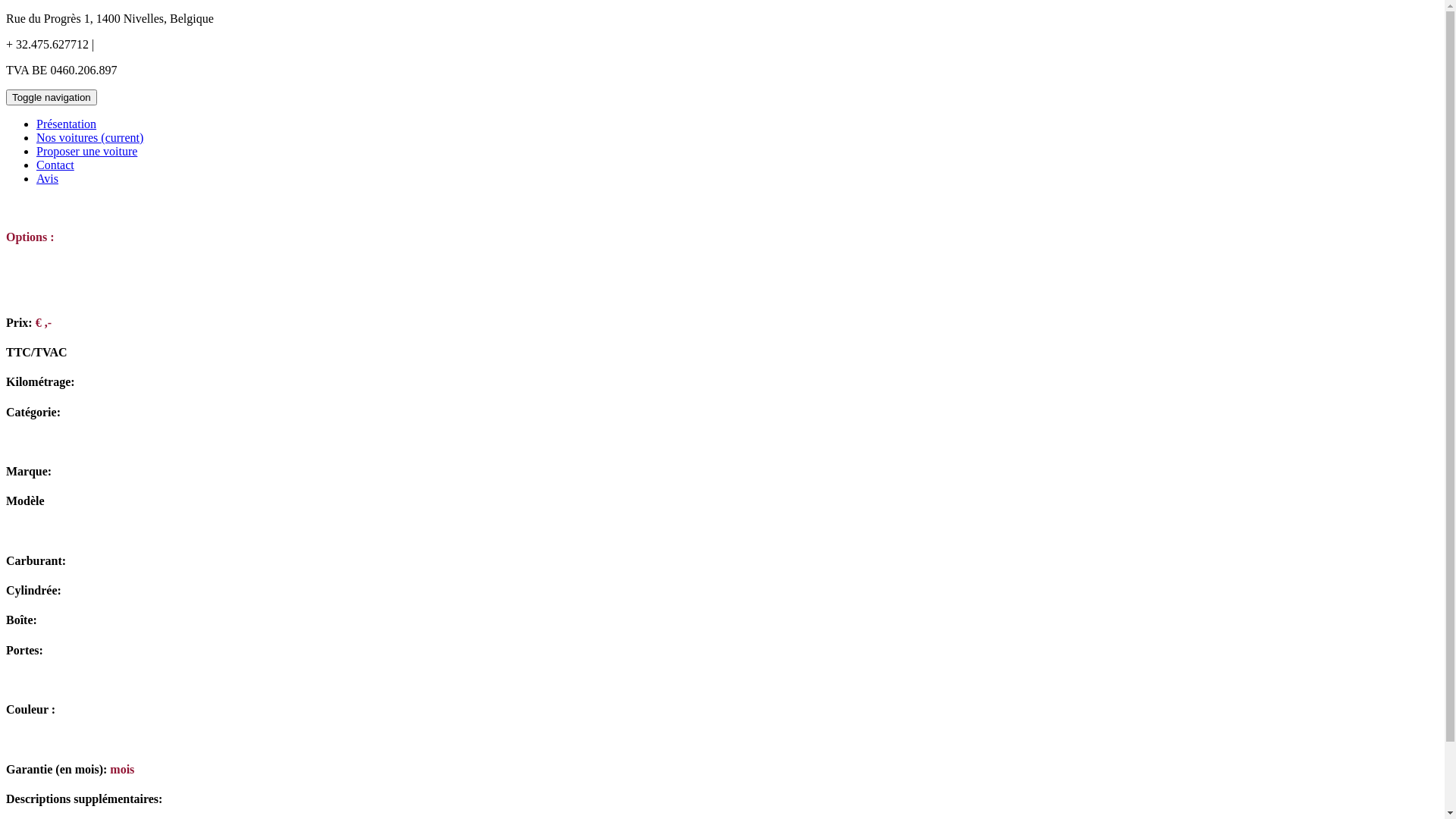  Describe the element at coordinates (55, 165) in the screenshot. I see `'Contact'` at that location.